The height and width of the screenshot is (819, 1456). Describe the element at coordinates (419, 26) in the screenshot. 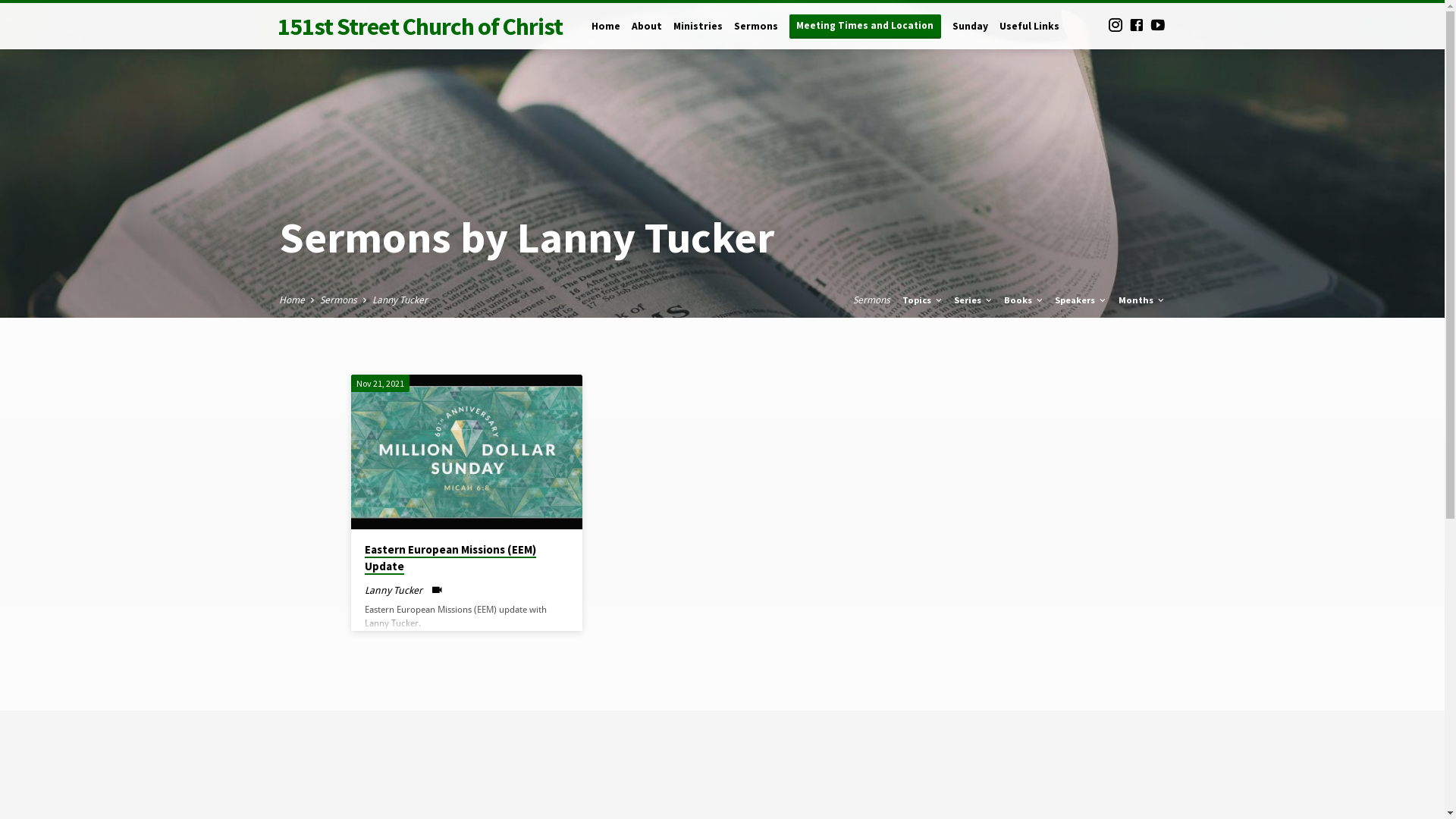

I see `'151st Street Church of Christ'` at that location.